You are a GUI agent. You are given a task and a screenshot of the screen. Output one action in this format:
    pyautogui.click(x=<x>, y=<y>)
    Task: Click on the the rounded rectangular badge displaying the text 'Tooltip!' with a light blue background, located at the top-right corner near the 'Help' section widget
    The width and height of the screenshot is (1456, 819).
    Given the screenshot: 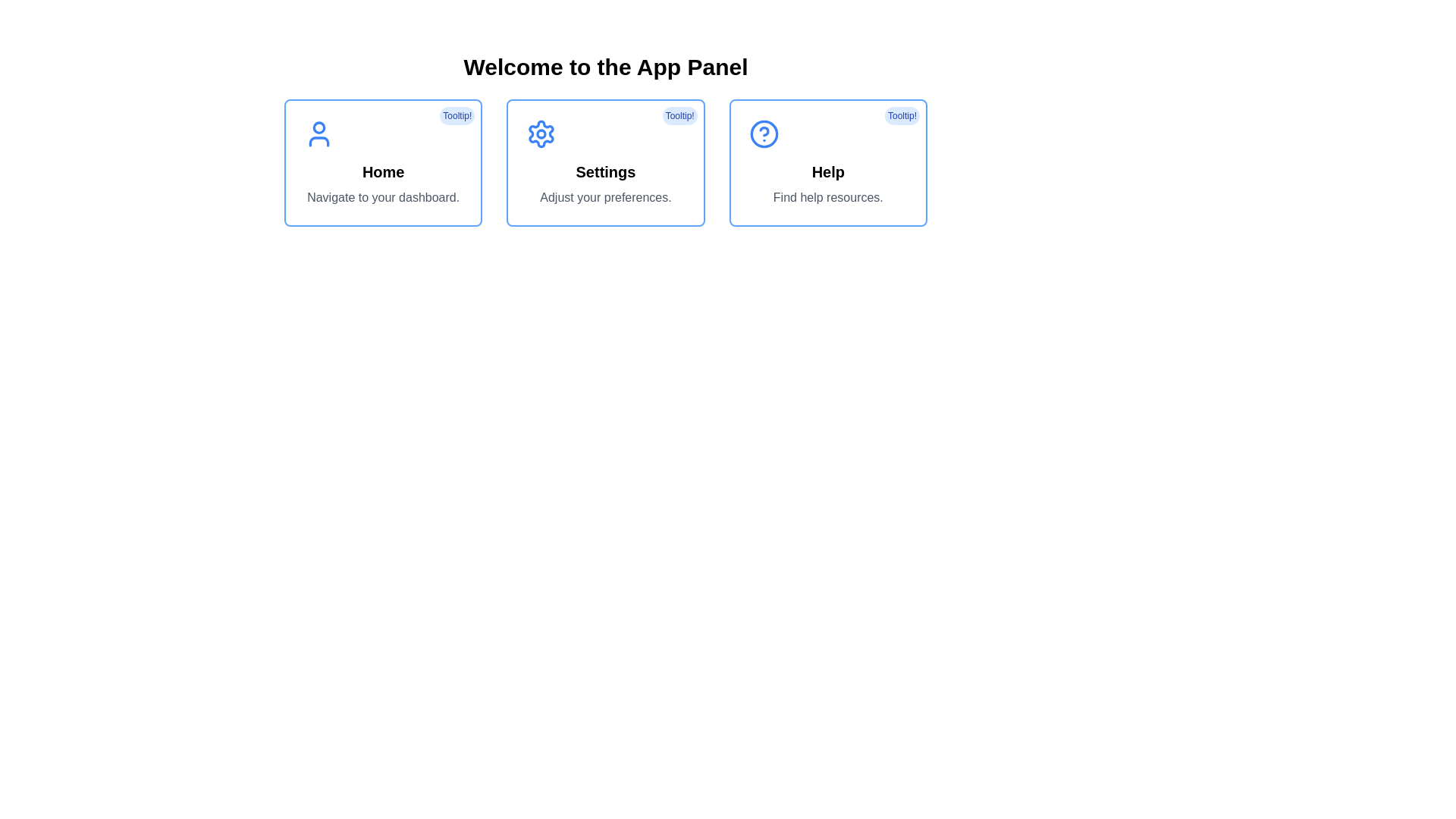 What is the action you would take?
    pyautogui.click(x=902, y=115)
    